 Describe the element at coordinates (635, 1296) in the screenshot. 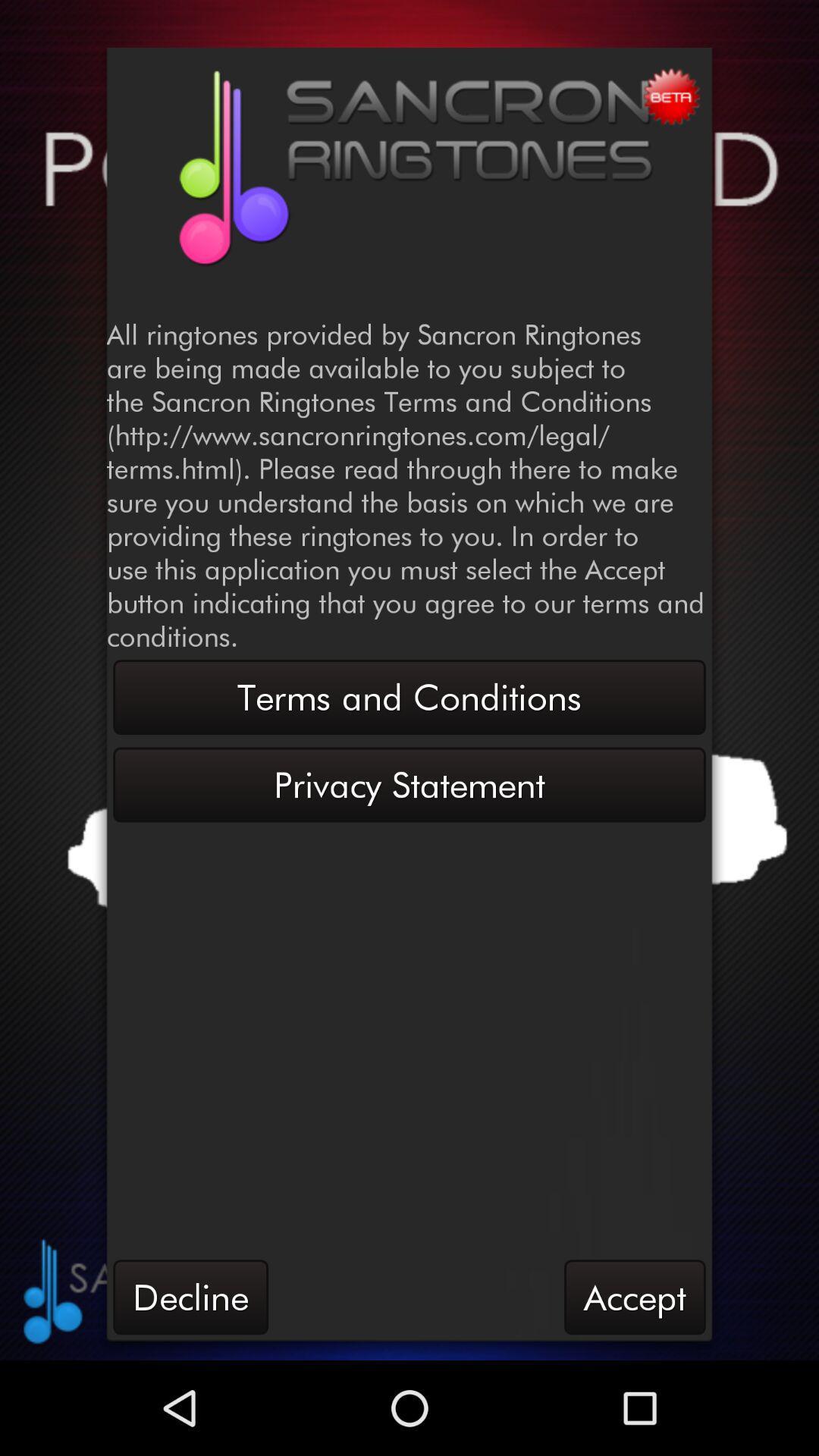

I see `item to the right of the decline icon` at that location.